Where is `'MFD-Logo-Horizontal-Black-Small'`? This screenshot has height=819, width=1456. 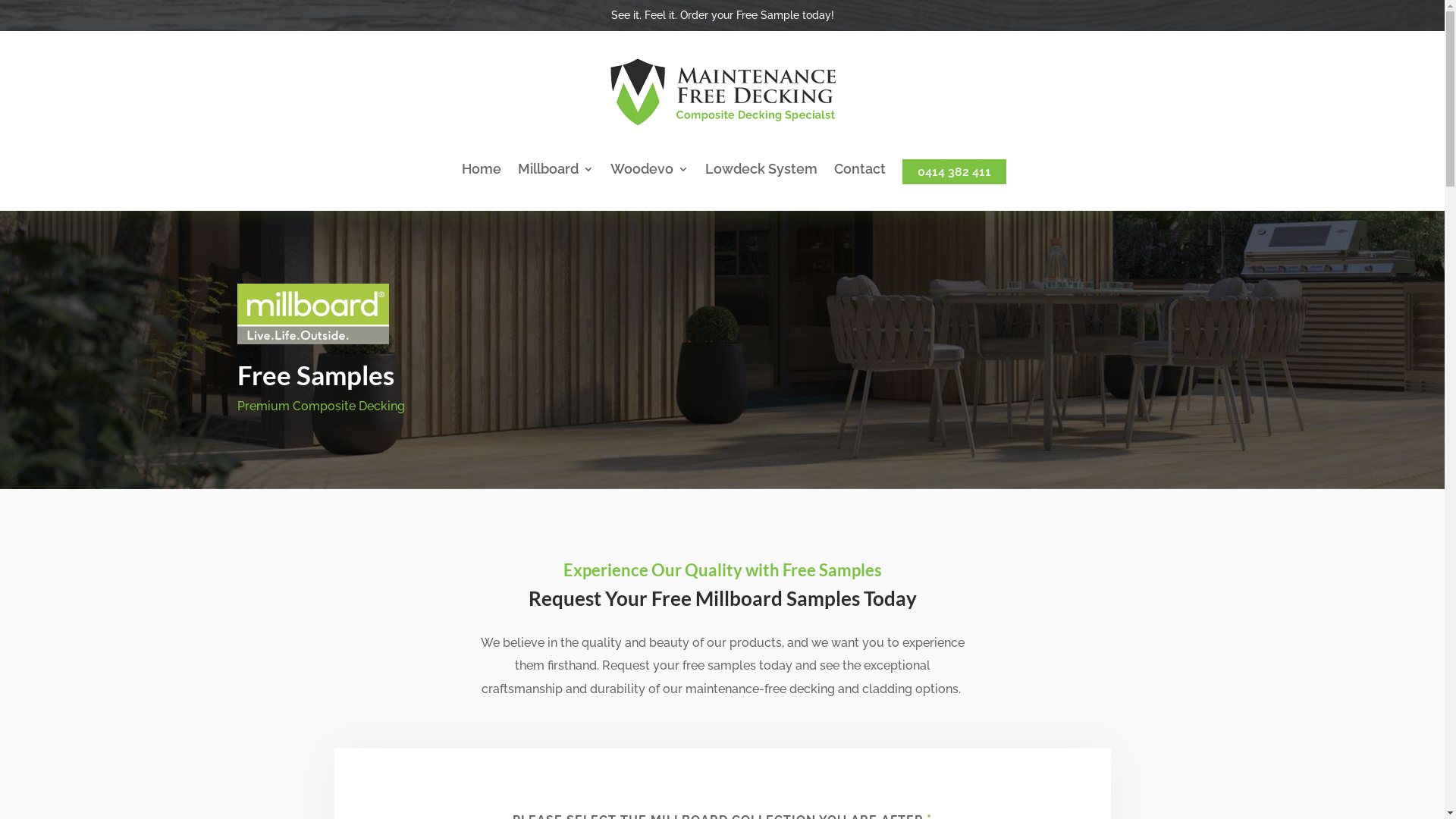 'MFD-Logo-Horizontal-Black-Small' is located at coordinates (720, 92).